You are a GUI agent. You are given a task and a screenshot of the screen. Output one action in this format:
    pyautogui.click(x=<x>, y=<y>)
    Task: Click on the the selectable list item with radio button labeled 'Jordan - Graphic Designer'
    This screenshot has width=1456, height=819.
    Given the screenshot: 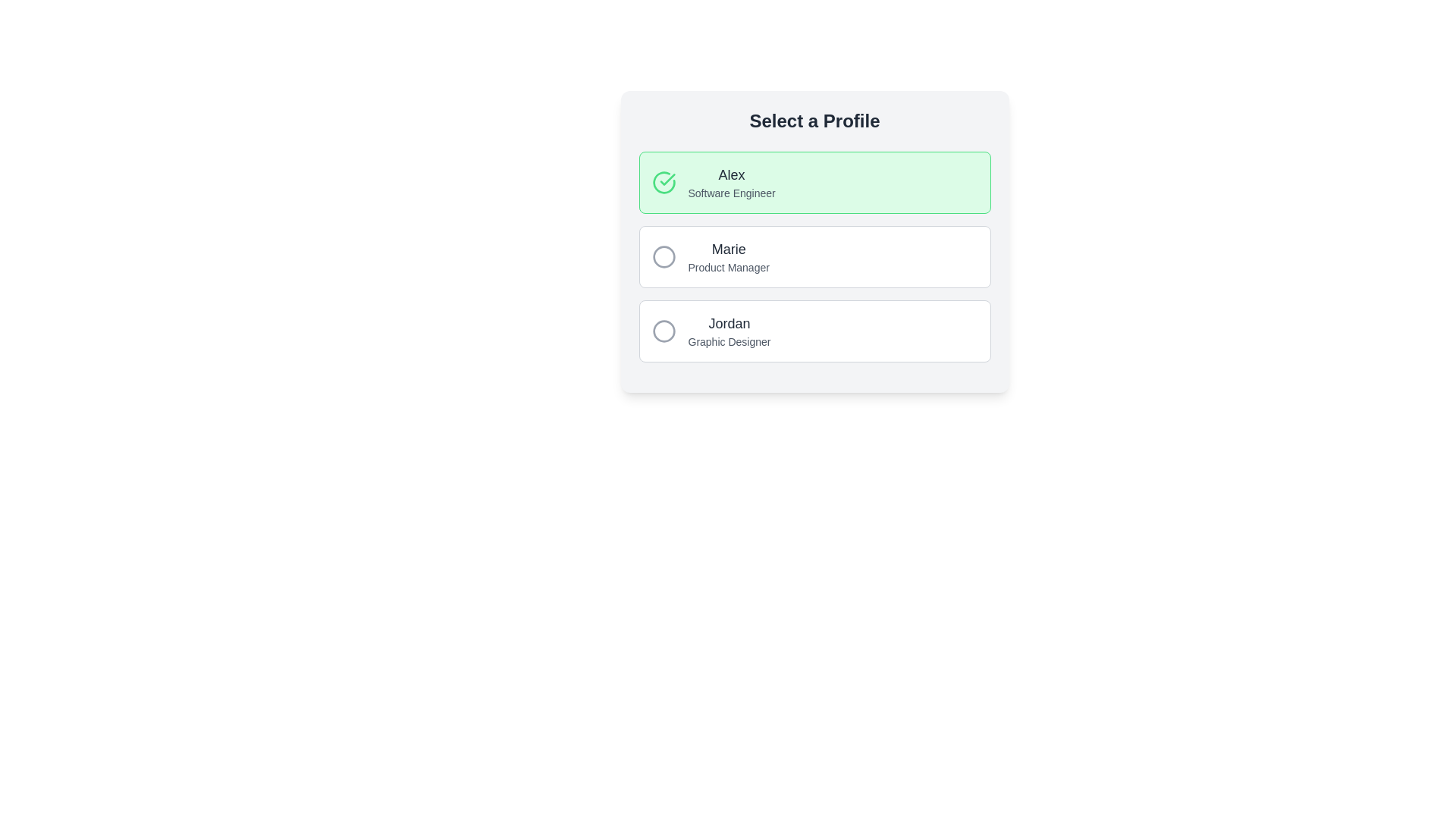 What is the action you would take?
    pyautogui.click(x=814, y=330)
    